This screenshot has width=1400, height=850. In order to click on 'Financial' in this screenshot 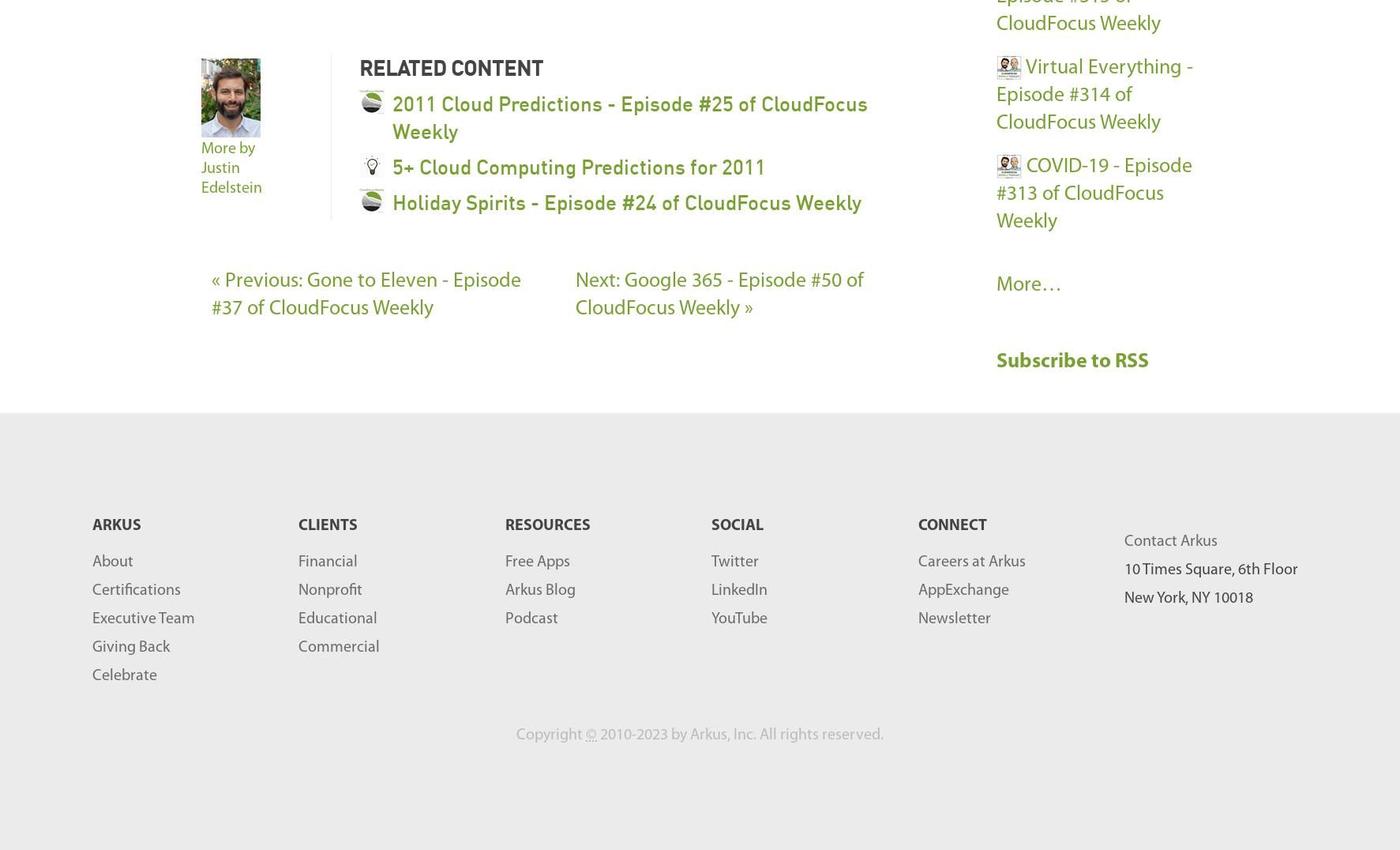, I will do `click(327, 562)`.